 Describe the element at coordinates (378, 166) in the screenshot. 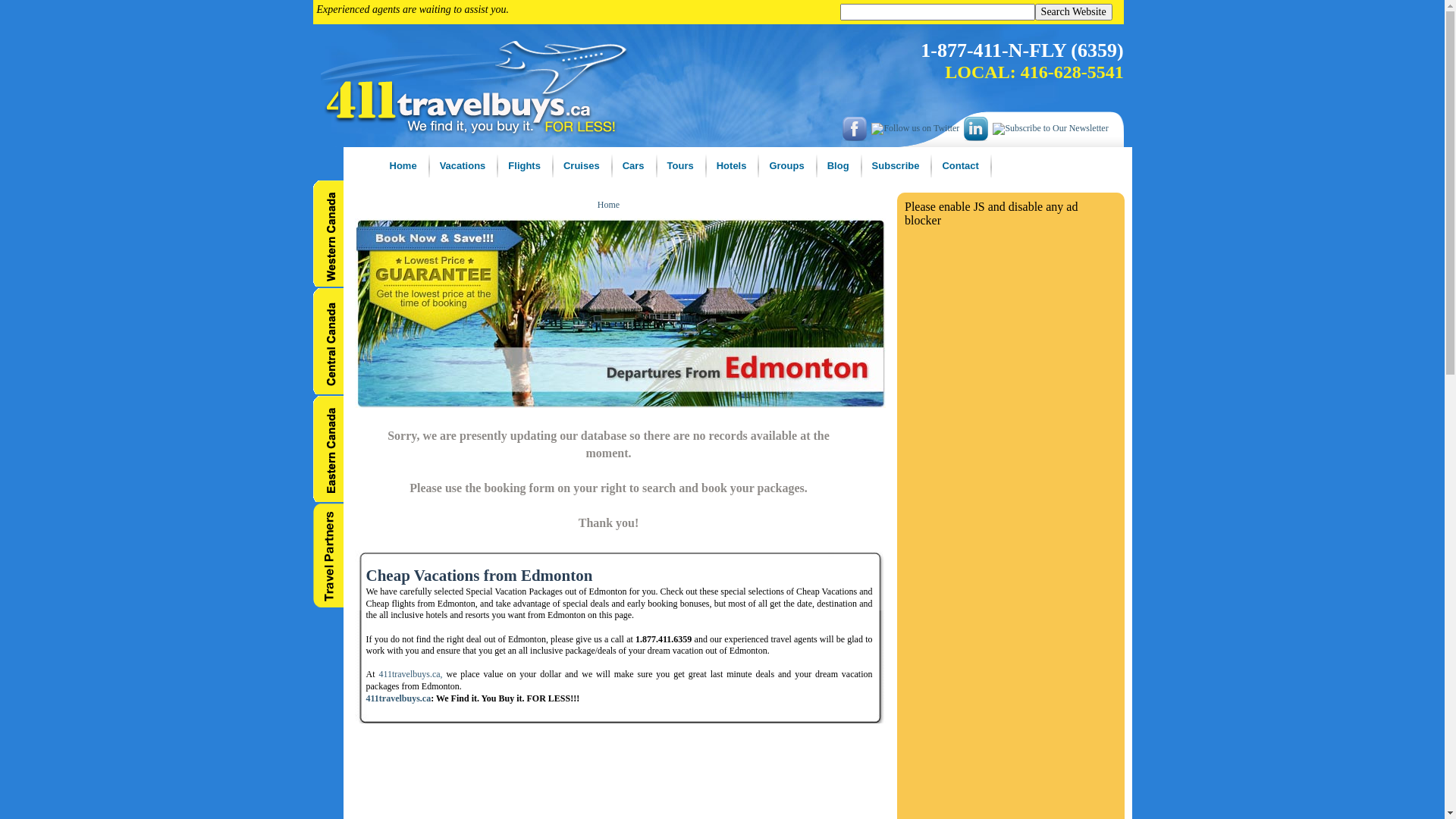

I see `'Home'` at that location.